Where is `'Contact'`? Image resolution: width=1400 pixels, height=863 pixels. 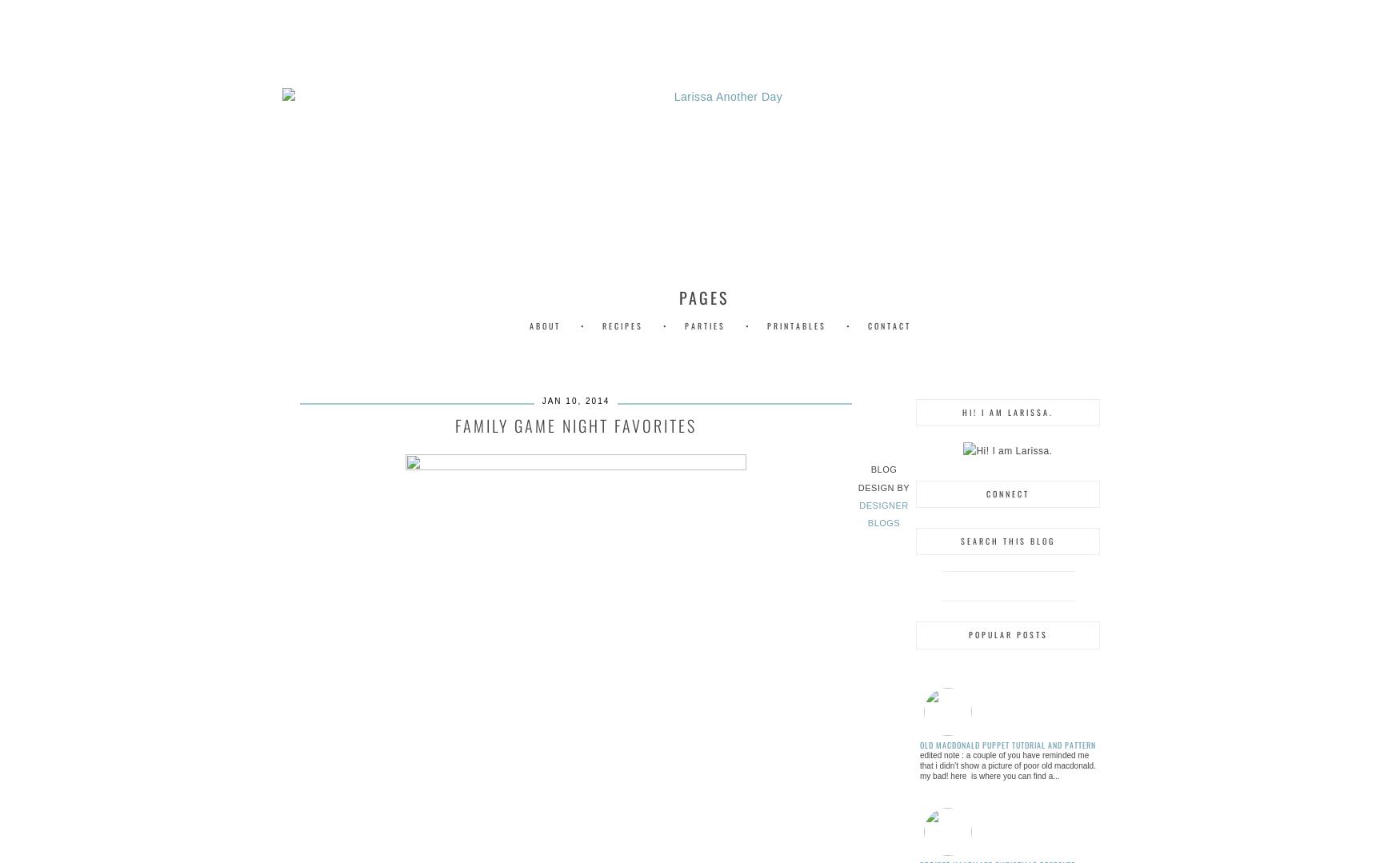 'Contact' is located at coordinates (889, 325).